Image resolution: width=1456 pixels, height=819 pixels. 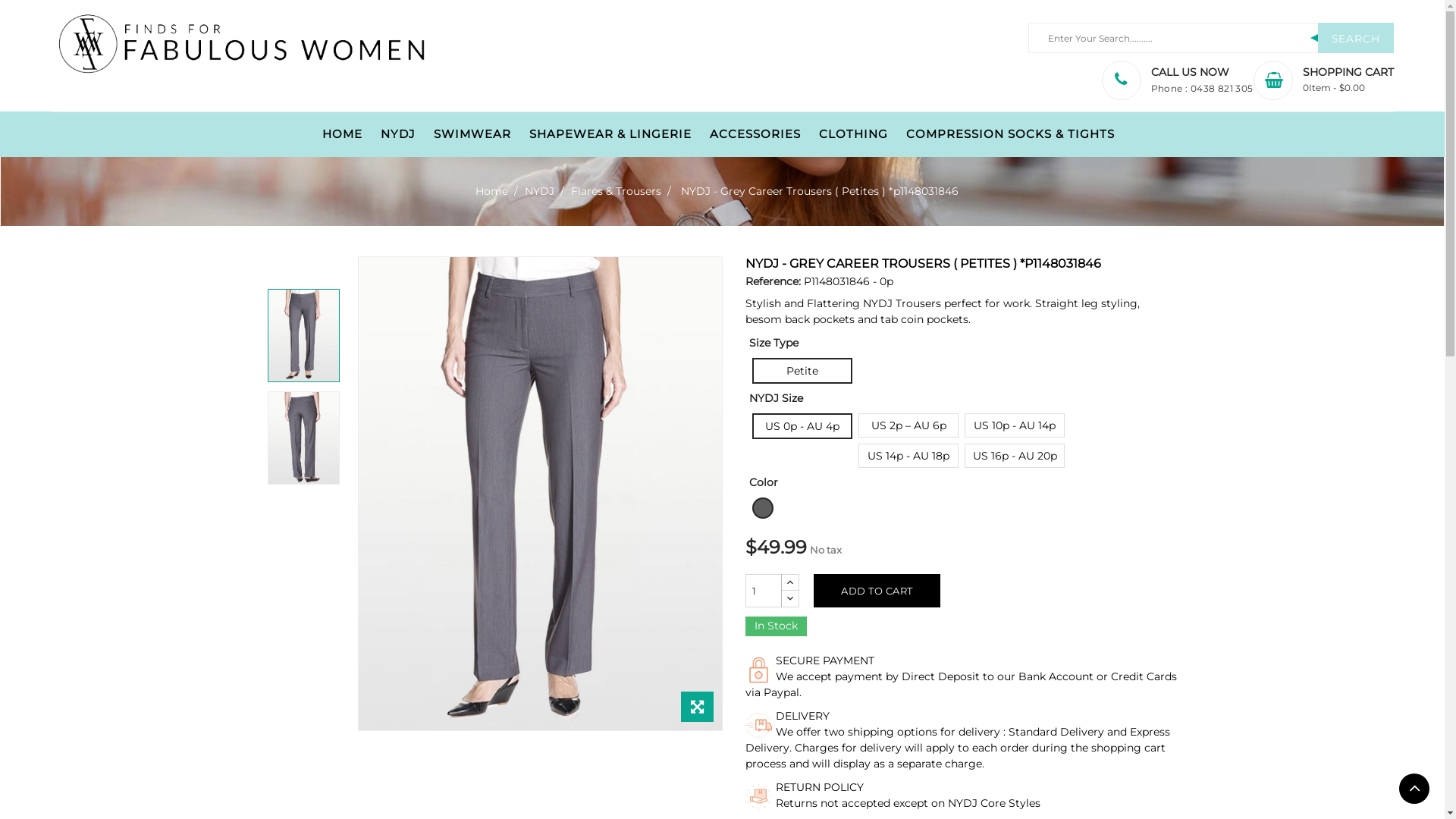 What do you see at coordinates (755, 133) in the screenshot?
I see `'ACCESSORIES'` at bounding box center [755, 133].